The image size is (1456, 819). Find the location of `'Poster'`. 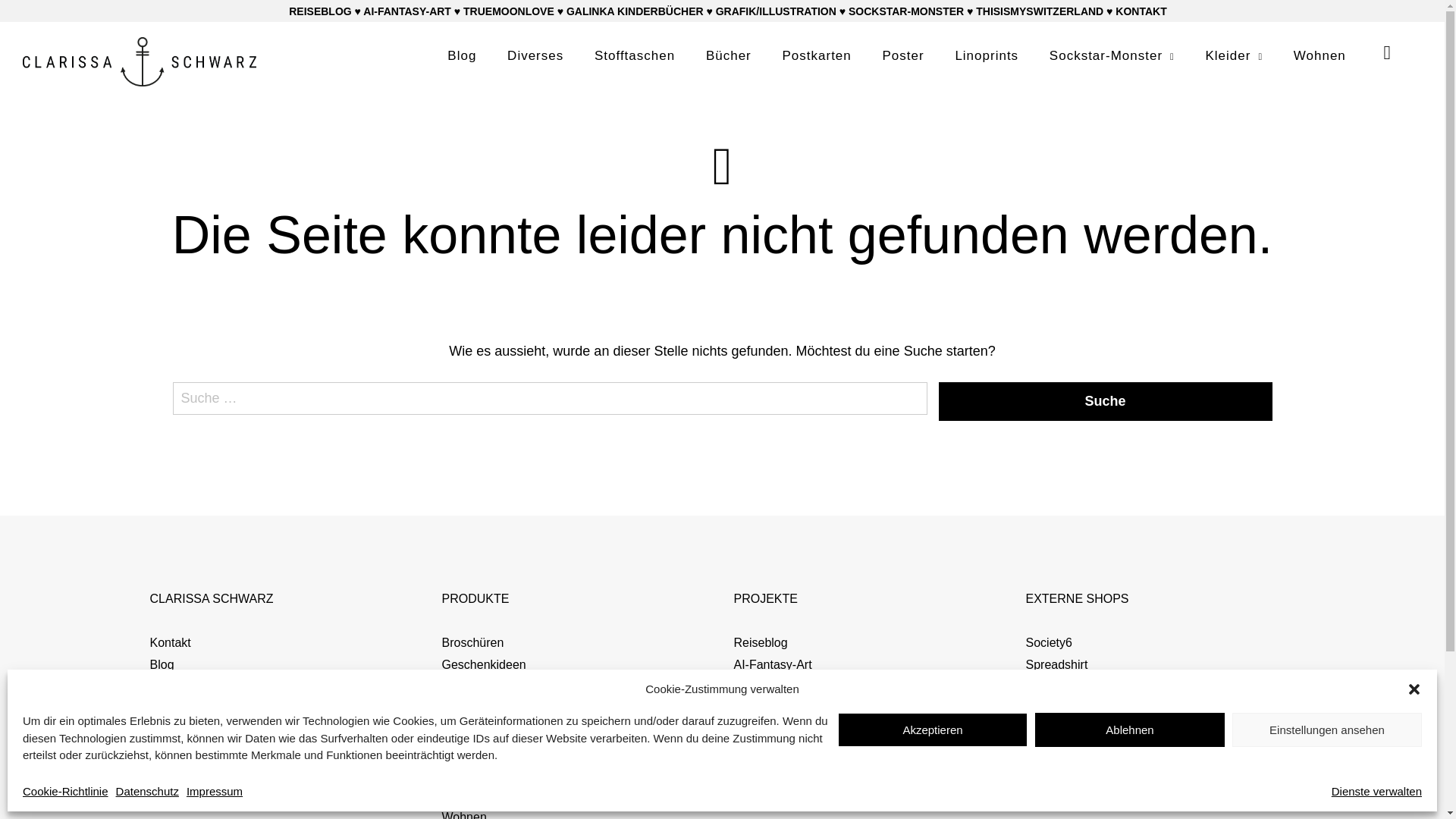

'Poster' is located at coordinates (903, 55).